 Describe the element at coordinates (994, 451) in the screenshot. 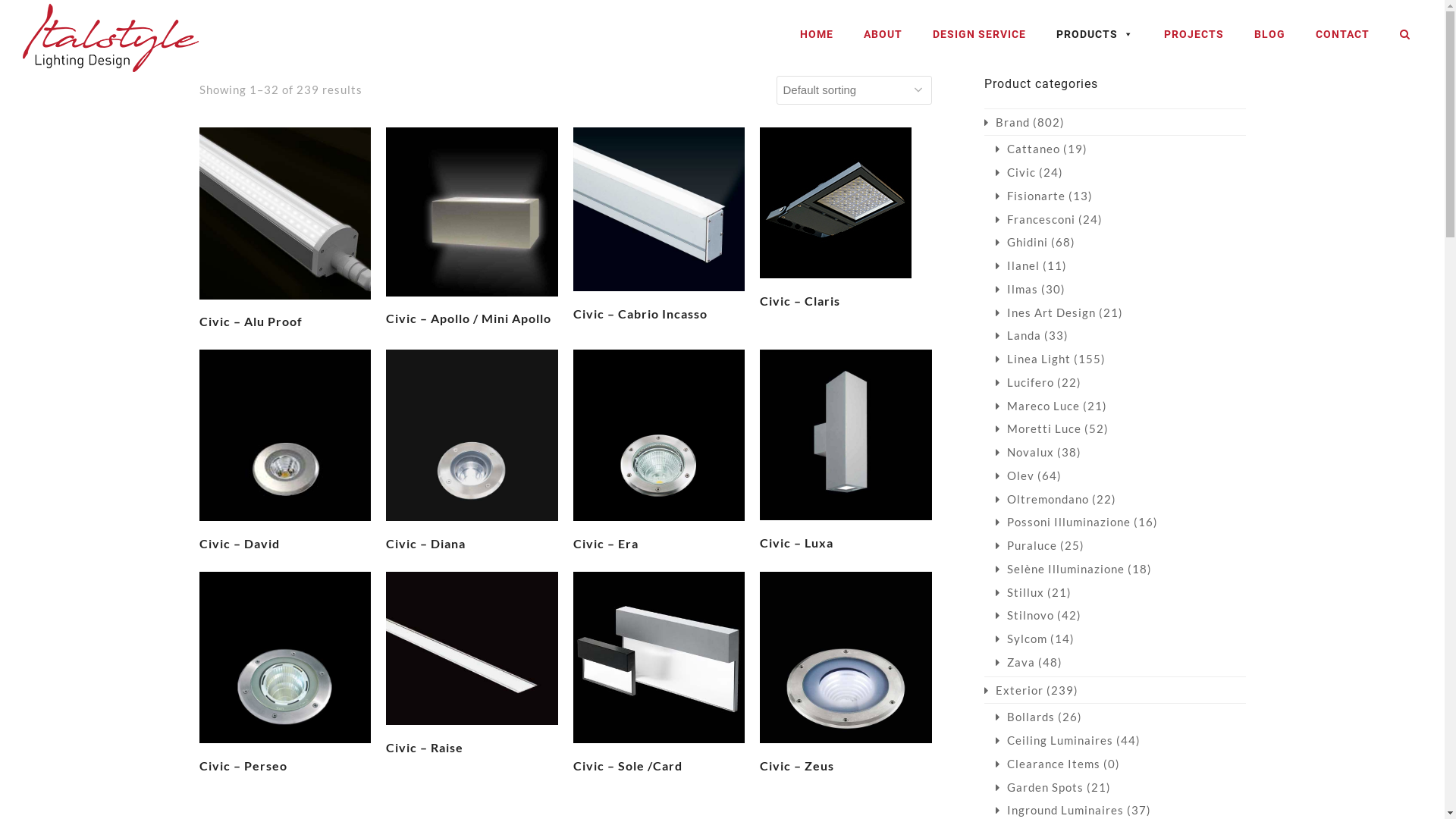

I see `'Novalux'` at that location.